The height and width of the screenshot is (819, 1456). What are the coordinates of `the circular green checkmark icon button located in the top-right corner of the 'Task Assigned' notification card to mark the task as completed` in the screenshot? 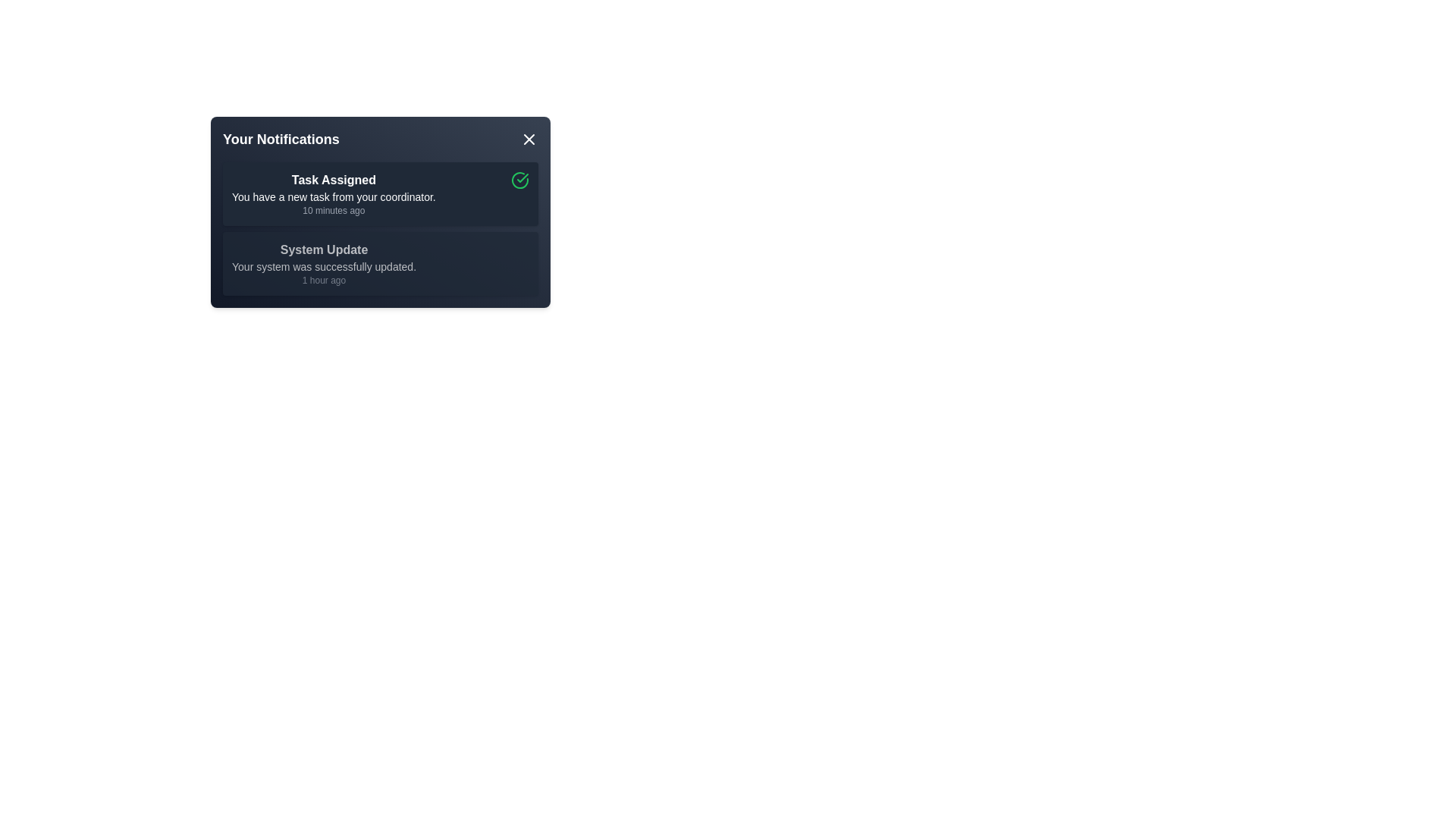 It's located at (520, 180).